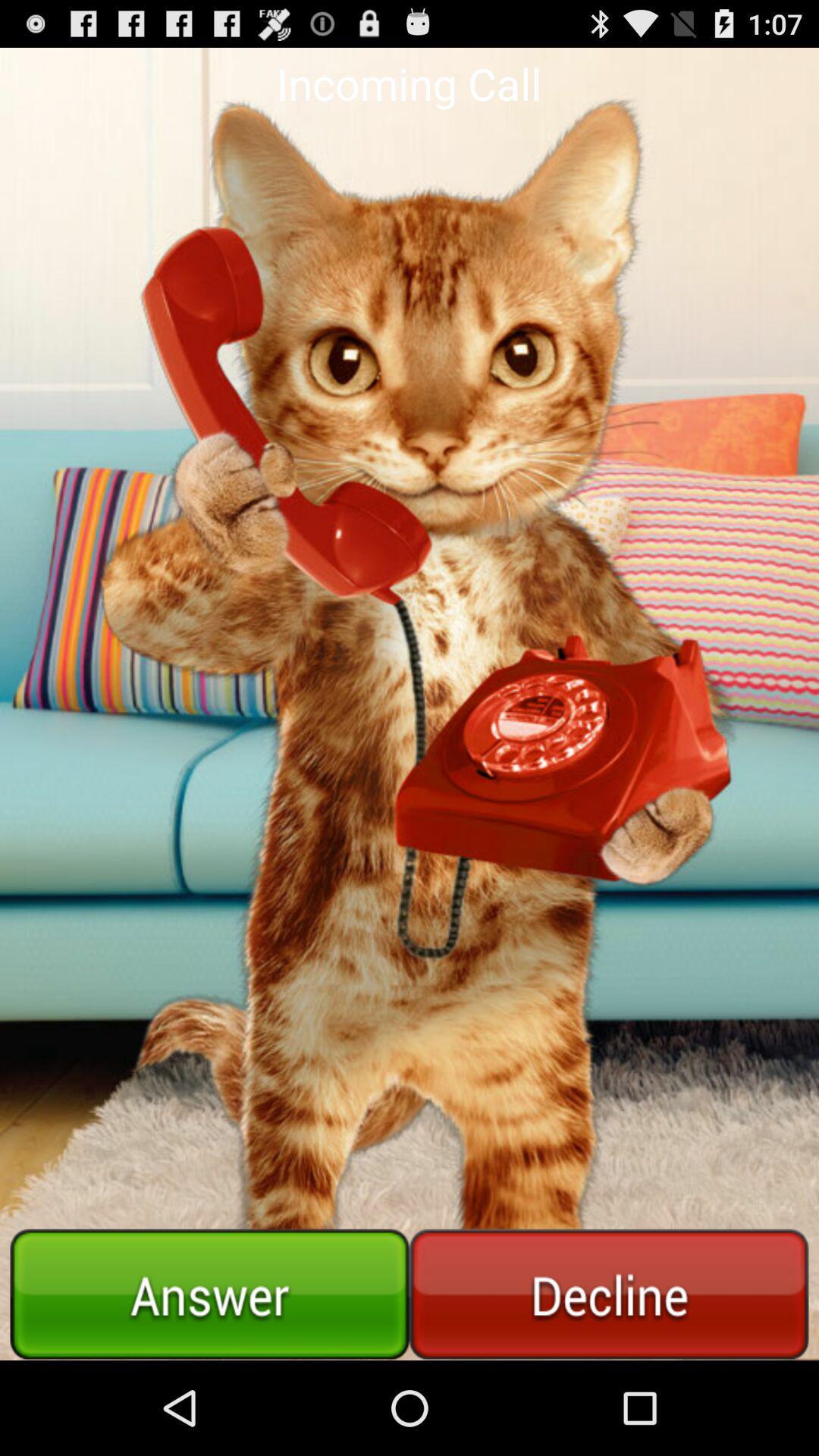 The image size is (819, 1456). Describe the element at coordinates (608, 1294) in the screenshot. I see `declines phone call` at that location.